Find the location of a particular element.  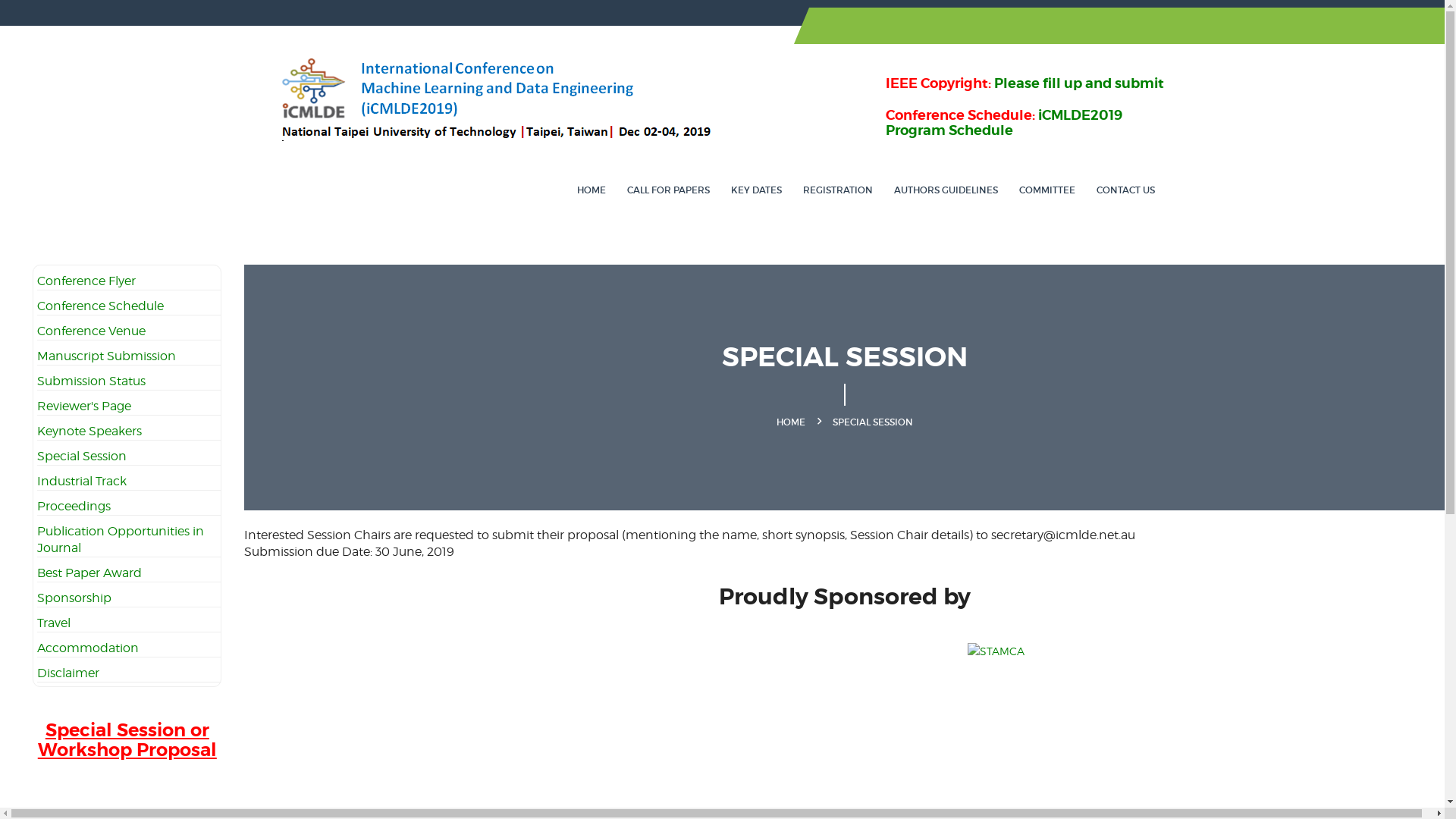

'CALL FOR PAPERS' is located at coordinates (667, 189).